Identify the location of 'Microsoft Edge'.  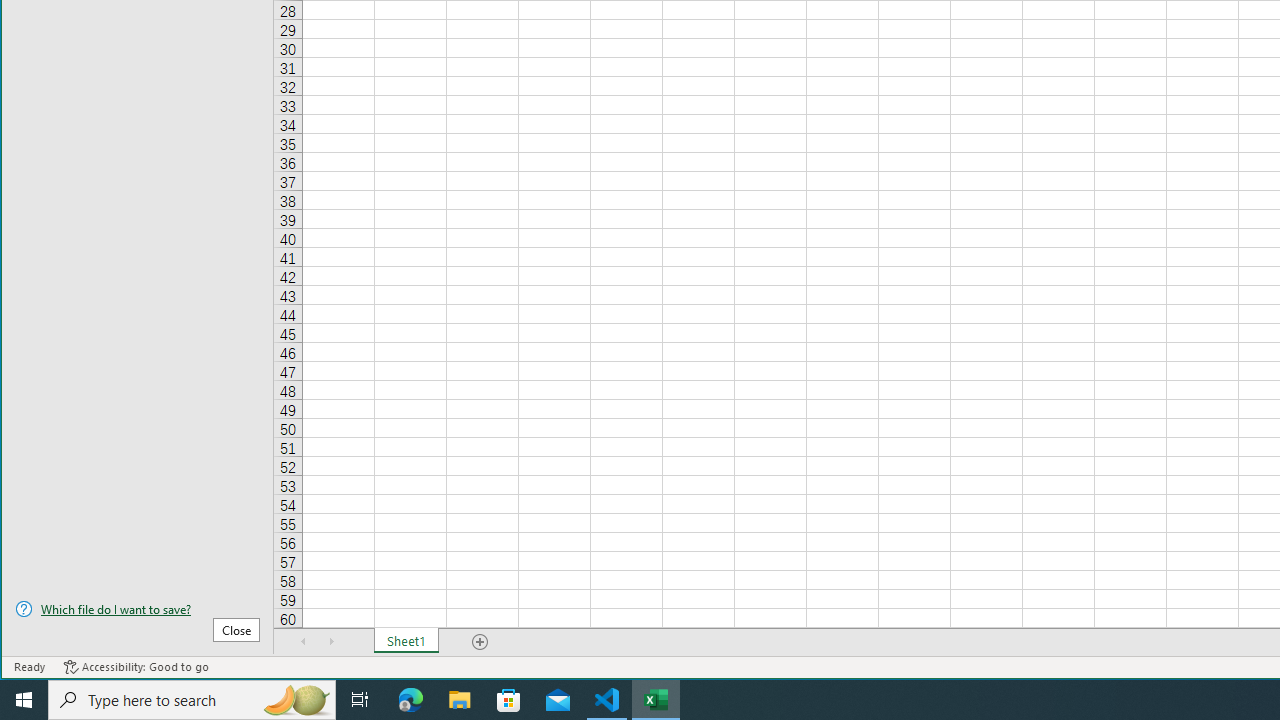
(410, 698).